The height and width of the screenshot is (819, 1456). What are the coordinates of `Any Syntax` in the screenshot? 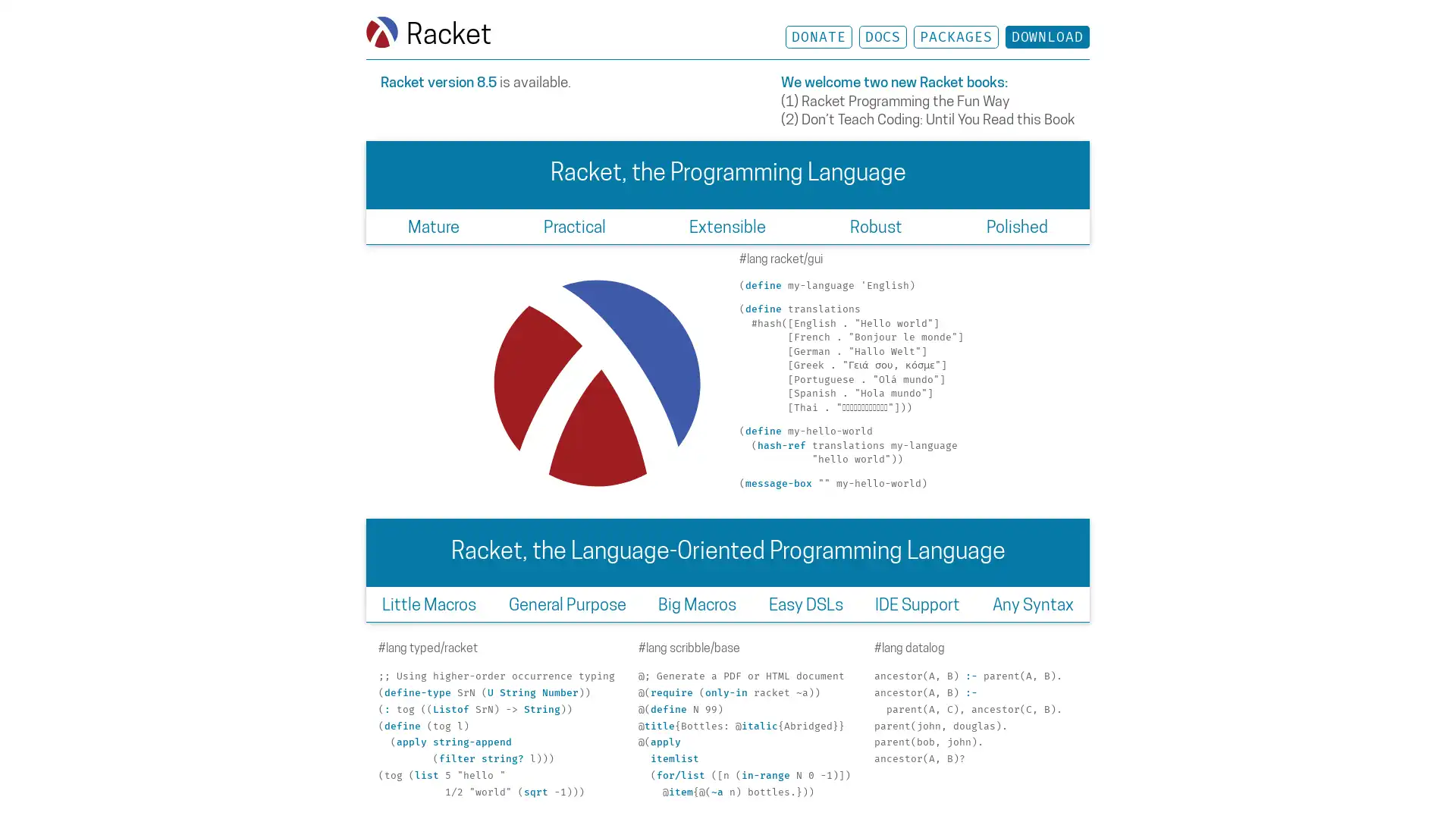 It's located at (1032, 603).